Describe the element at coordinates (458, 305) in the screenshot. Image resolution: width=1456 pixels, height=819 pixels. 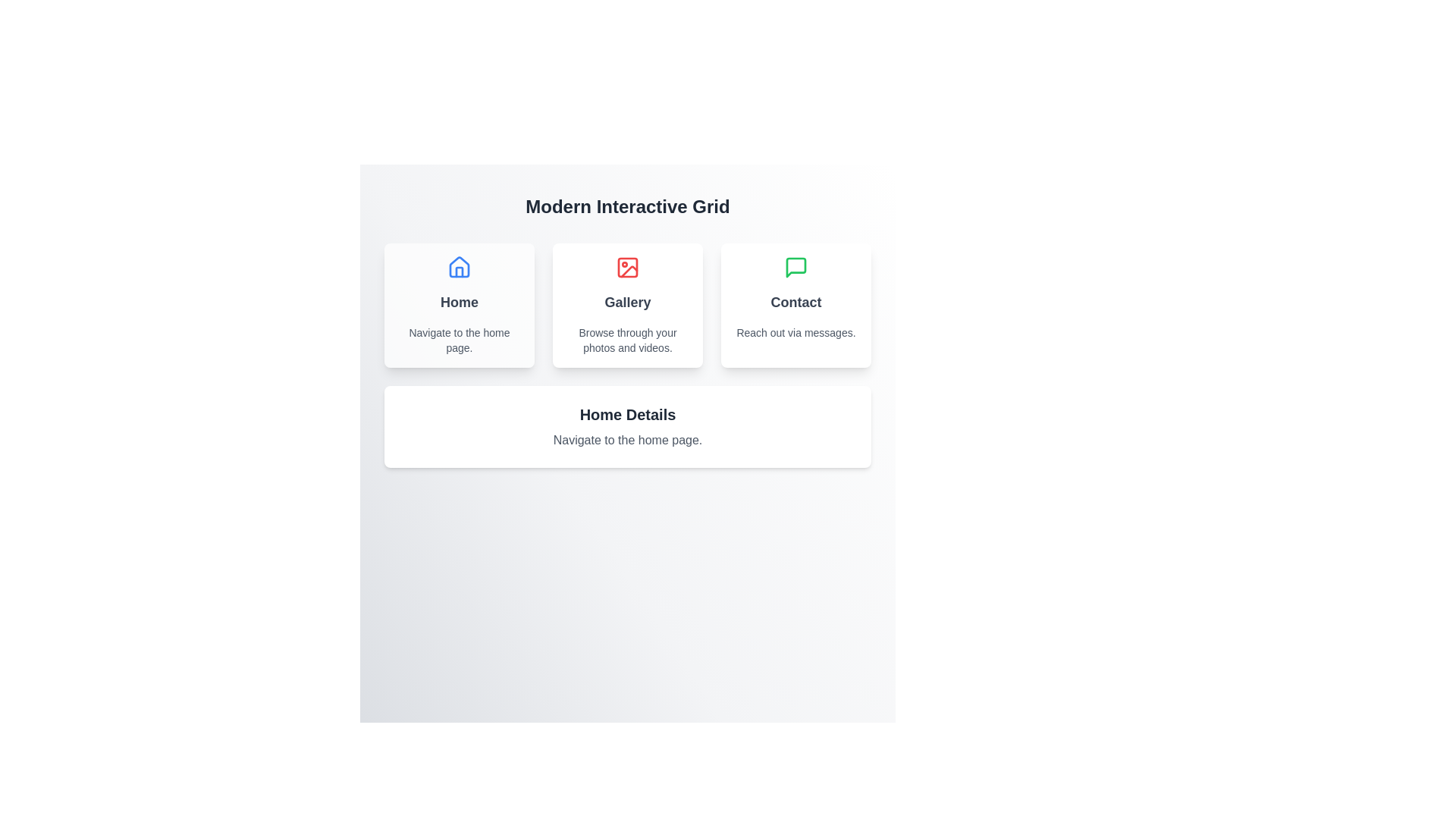
I see `the Interactive Card located at the far-left of the grid to trigger a scaling visual effect` at that location.